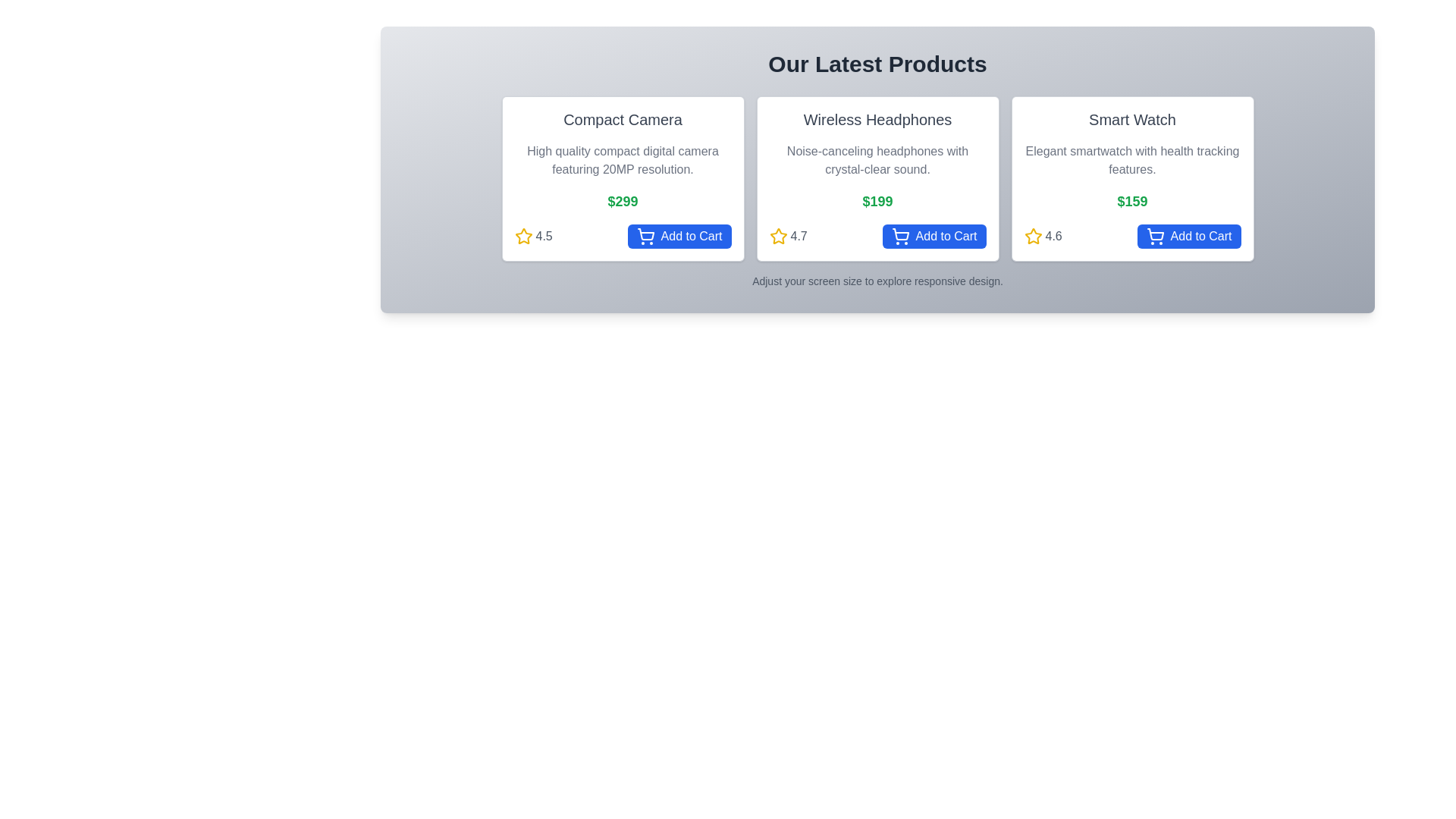 The width and height of the screenshot is (1456, 819). What do you see at coordinates (623, 237) in the screenshot?
I see `the rating and star icon of the Composite UI element located at the bottom of the 'Compact Camera' product card, which is the leftmost card in a layout of three product cards` at bounding box center [623, 237].